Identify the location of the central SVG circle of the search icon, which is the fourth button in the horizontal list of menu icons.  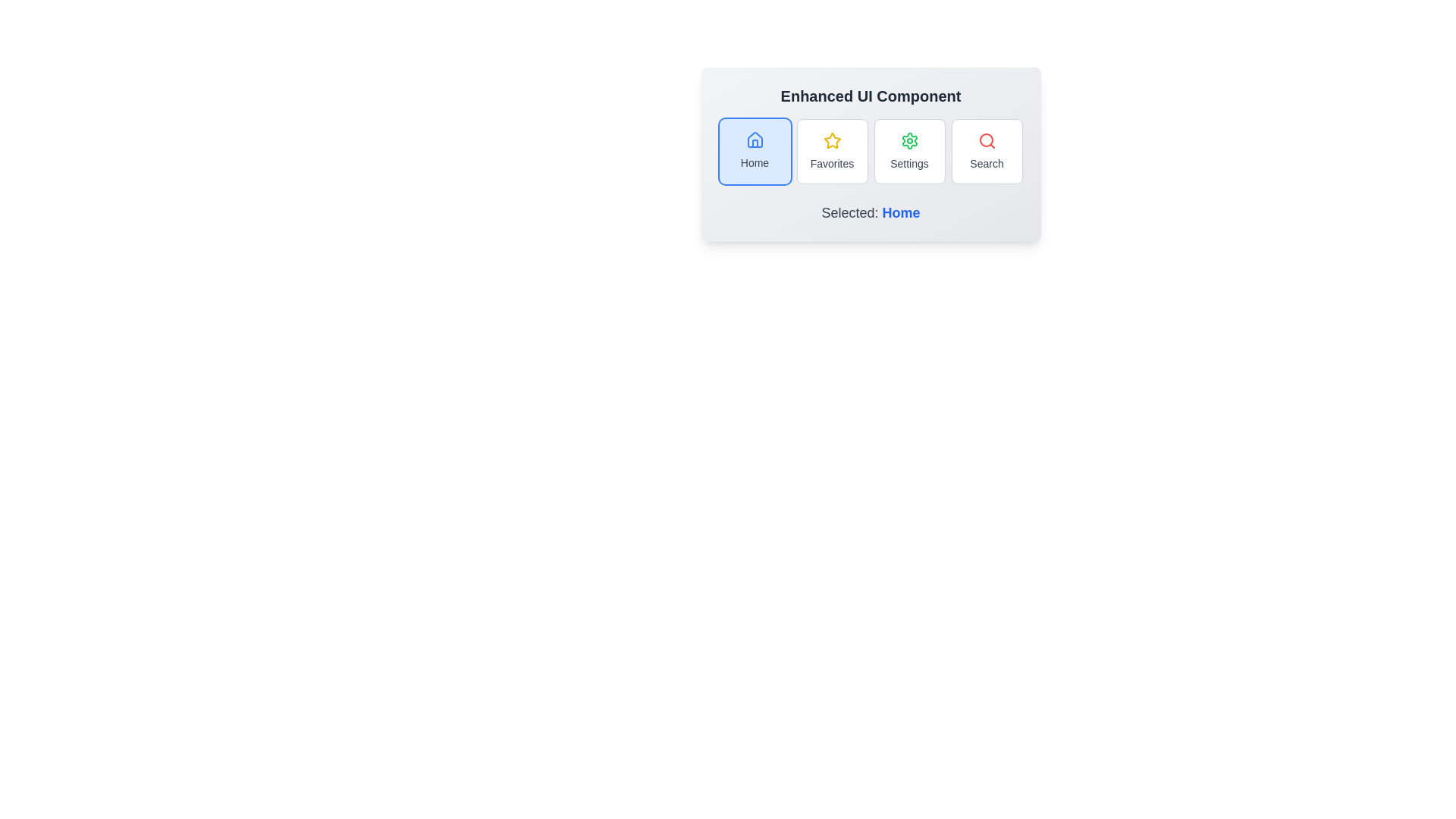
(986, 140).